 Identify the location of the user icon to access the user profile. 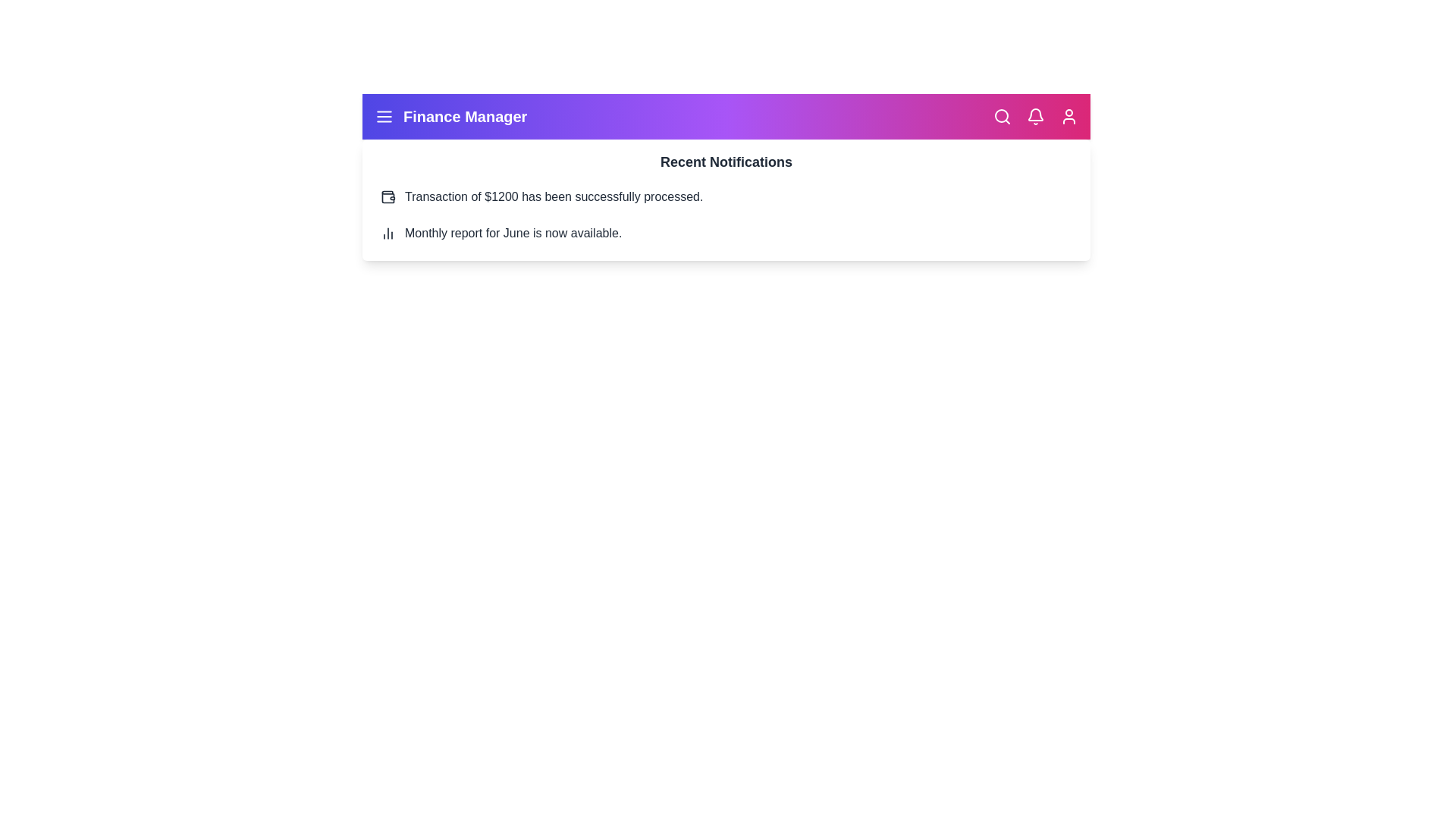
(1068, 116).